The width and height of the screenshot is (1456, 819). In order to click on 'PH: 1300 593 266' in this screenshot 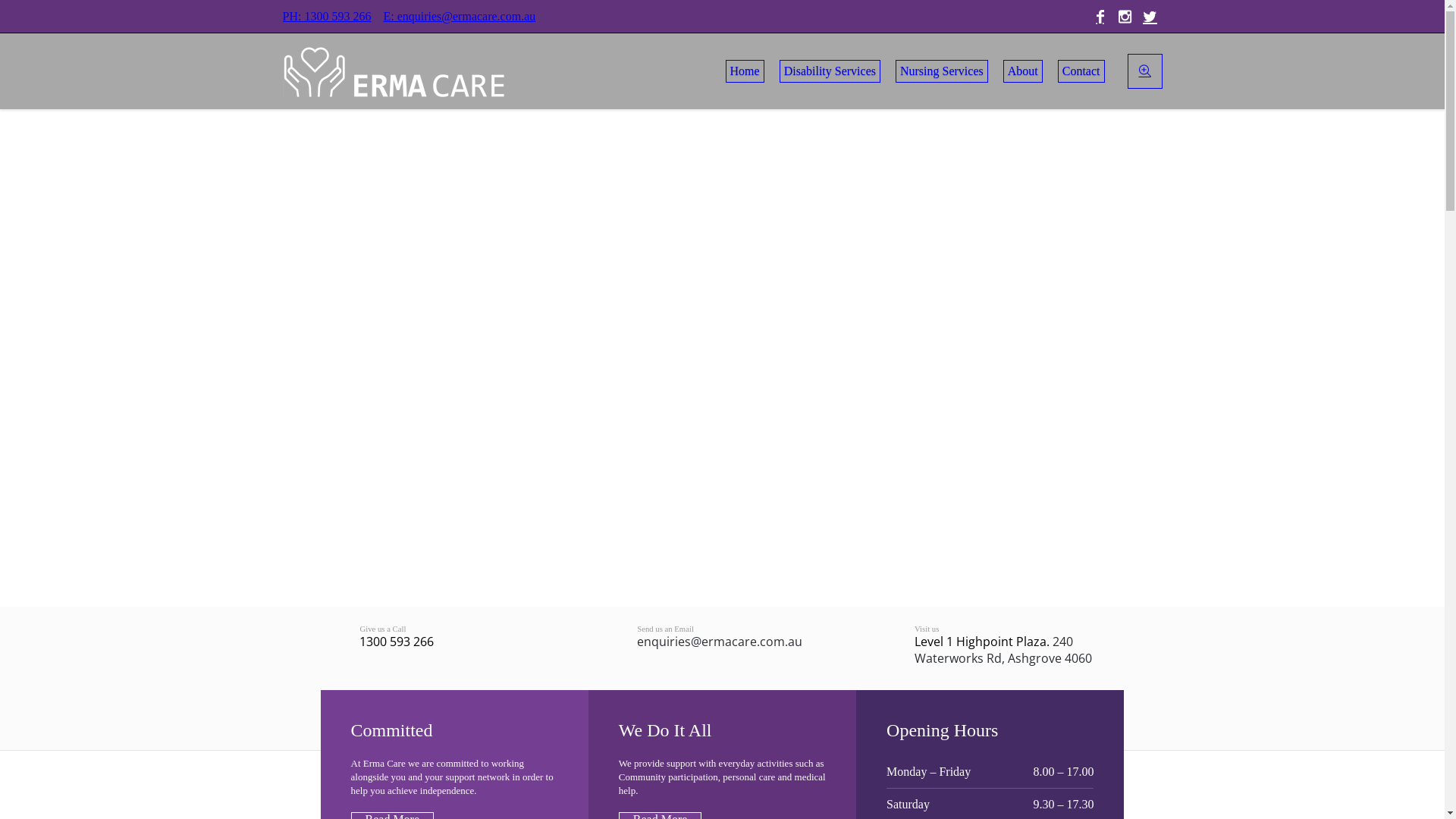, I will do `click(325, 15)`.